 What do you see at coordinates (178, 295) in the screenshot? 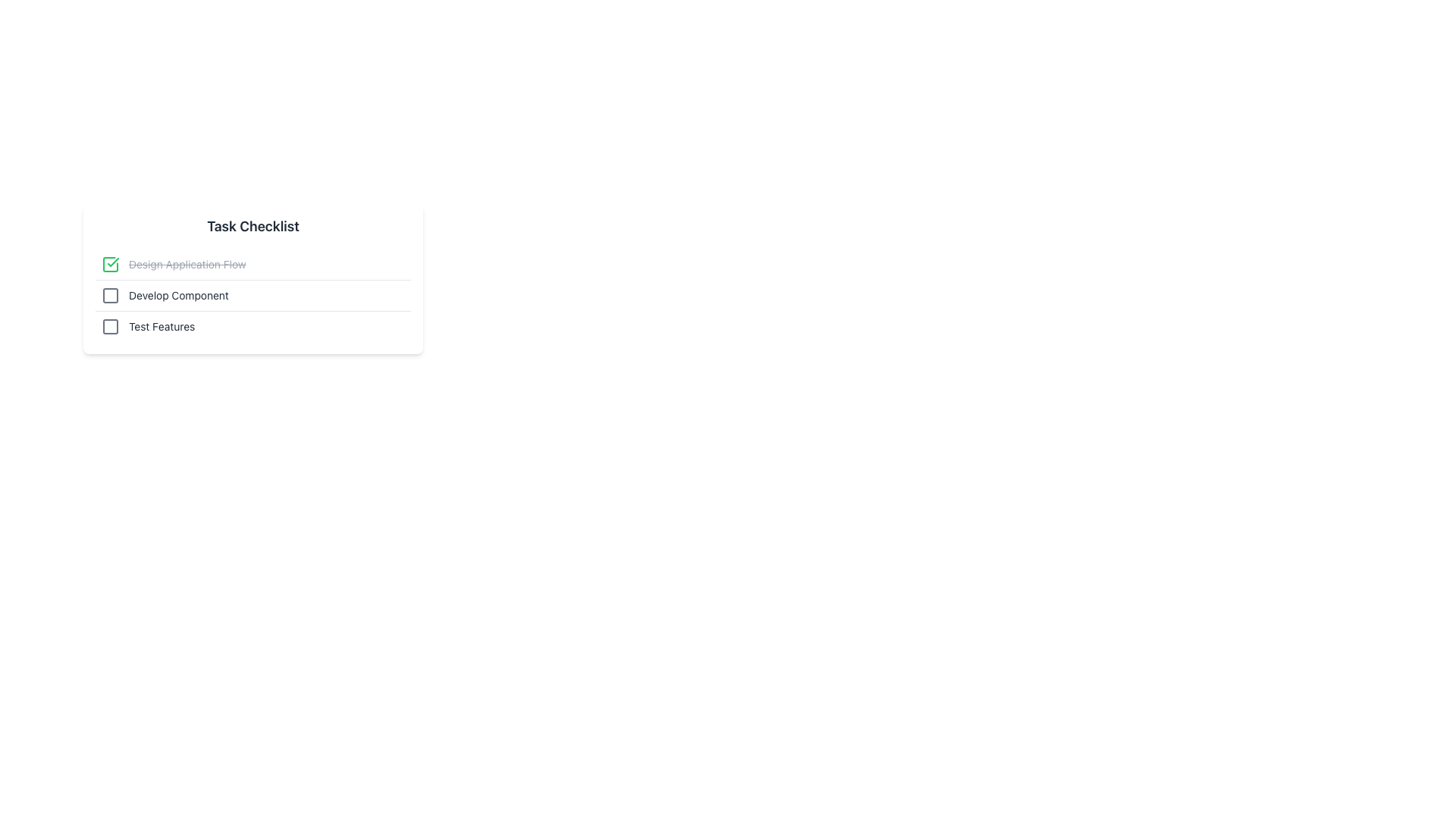
I see `the text label reading 'Develop Component', which is styled with a small font size and gray color, located to the right of a checkbox in a vertical checklist` at bounding box center [178, 295].